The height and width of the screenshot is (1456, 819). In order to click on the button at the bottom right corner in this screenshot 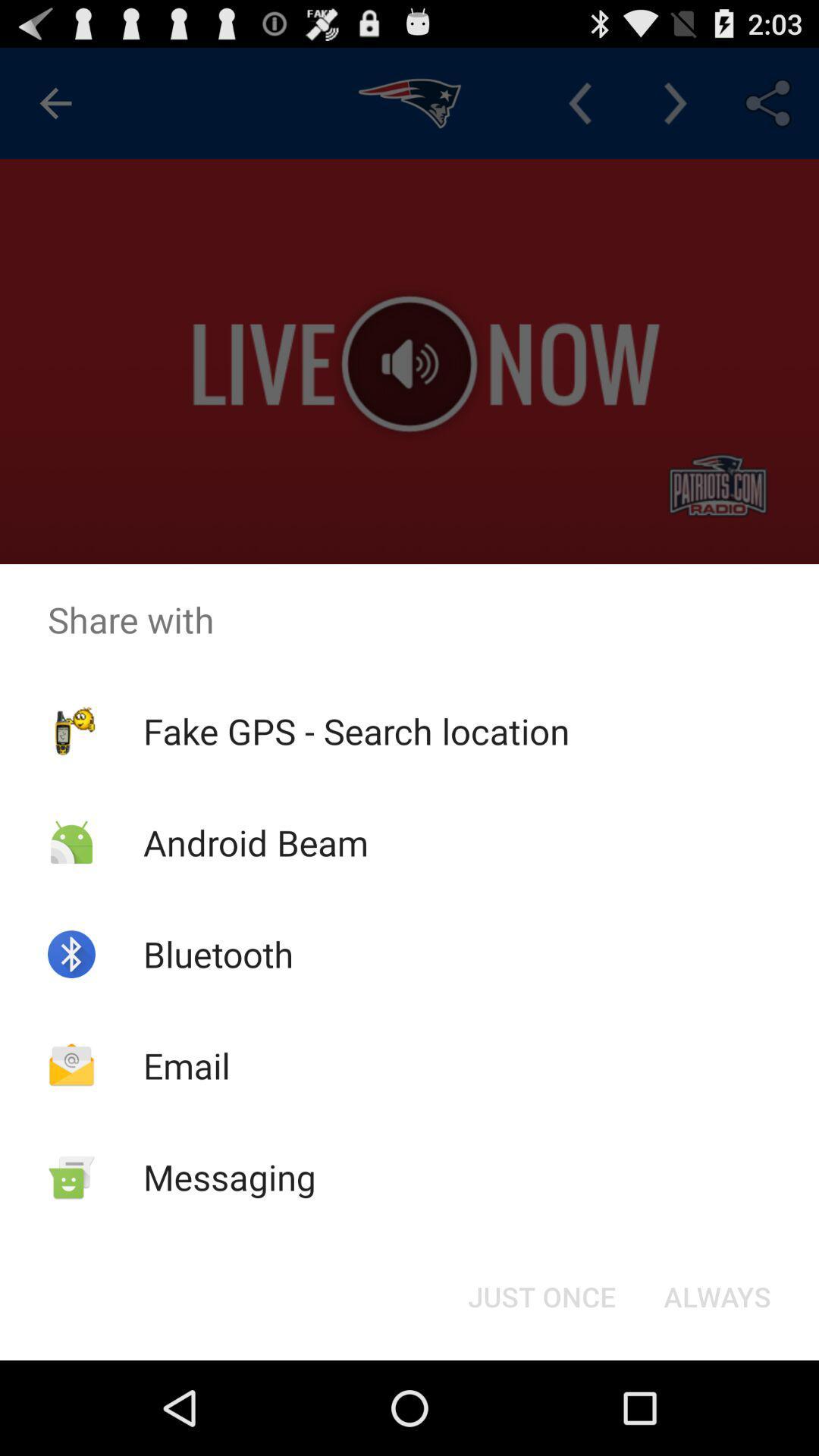, I will do `click(717, 1295)`.